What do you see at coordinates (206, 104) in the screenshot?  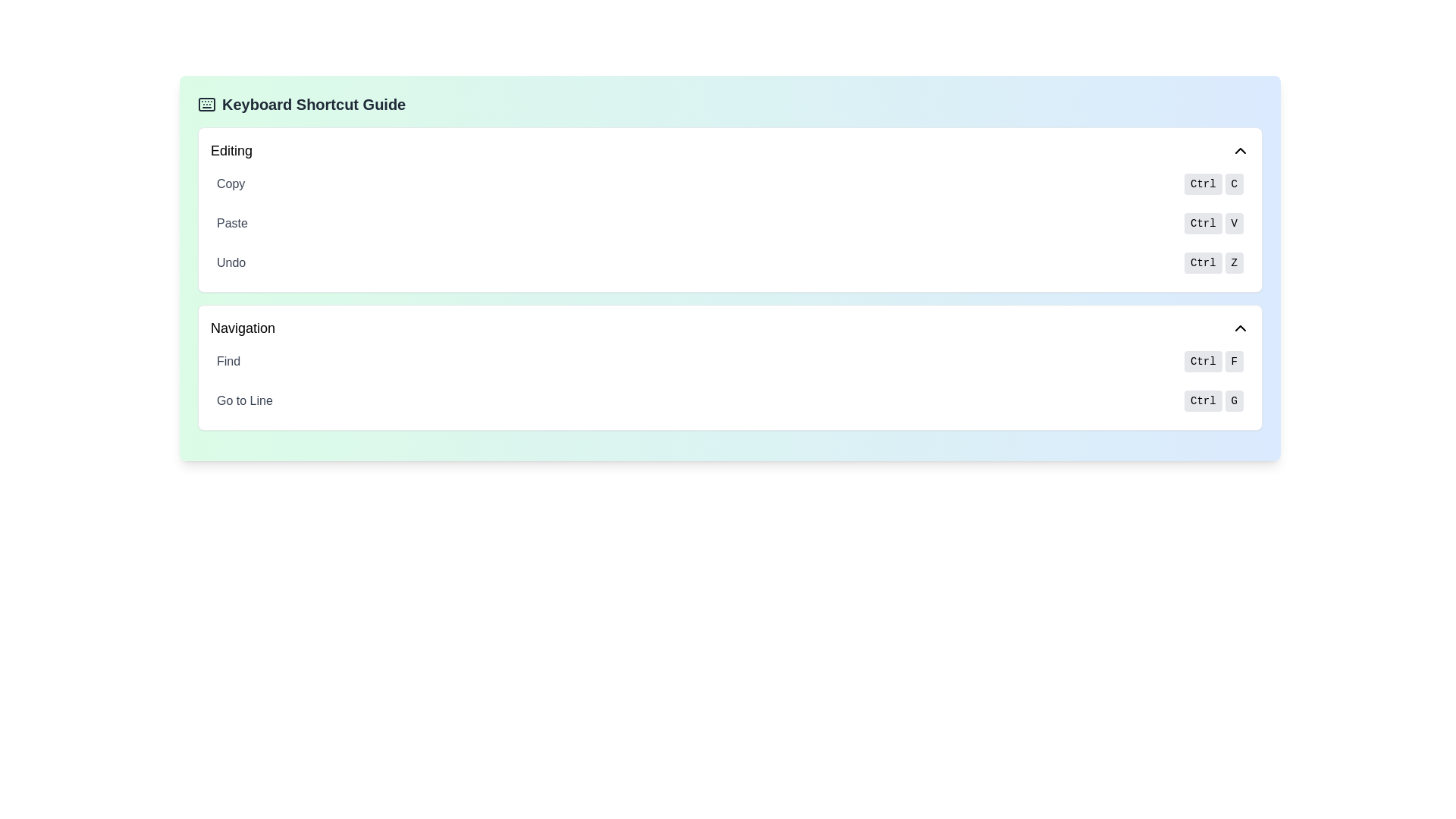 I see `the keyboard icon located to the left of the 'Keyboard Shortcut Guide' title, which is a minimalist design element marking the section's header` at bounding box center [206, 104].